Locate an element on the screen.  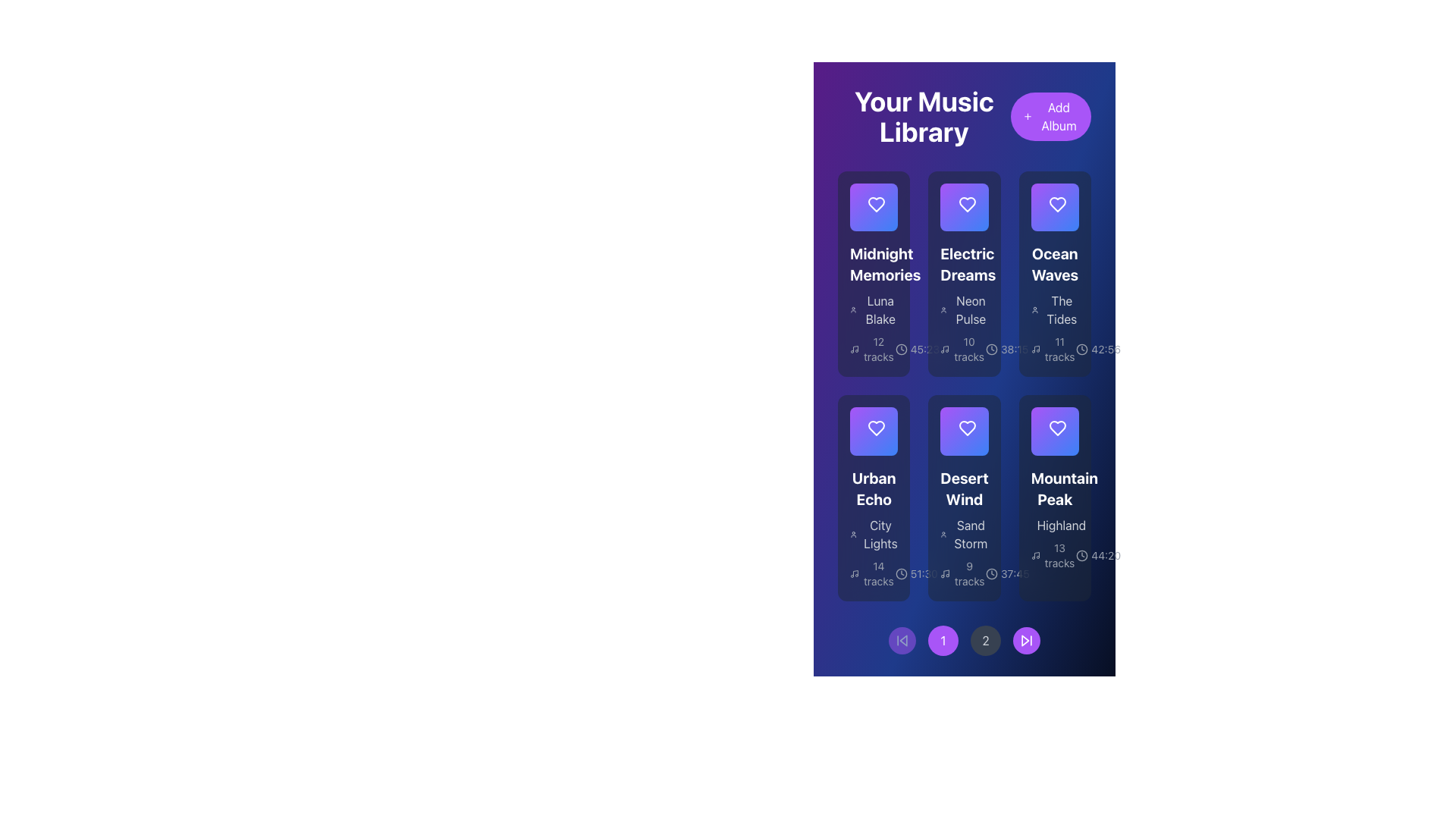
the circular graphic element embedded within the clock icon, located in the second card of the first row beneath the 'Electric Dreams' title is located at coordinates (901, 350).